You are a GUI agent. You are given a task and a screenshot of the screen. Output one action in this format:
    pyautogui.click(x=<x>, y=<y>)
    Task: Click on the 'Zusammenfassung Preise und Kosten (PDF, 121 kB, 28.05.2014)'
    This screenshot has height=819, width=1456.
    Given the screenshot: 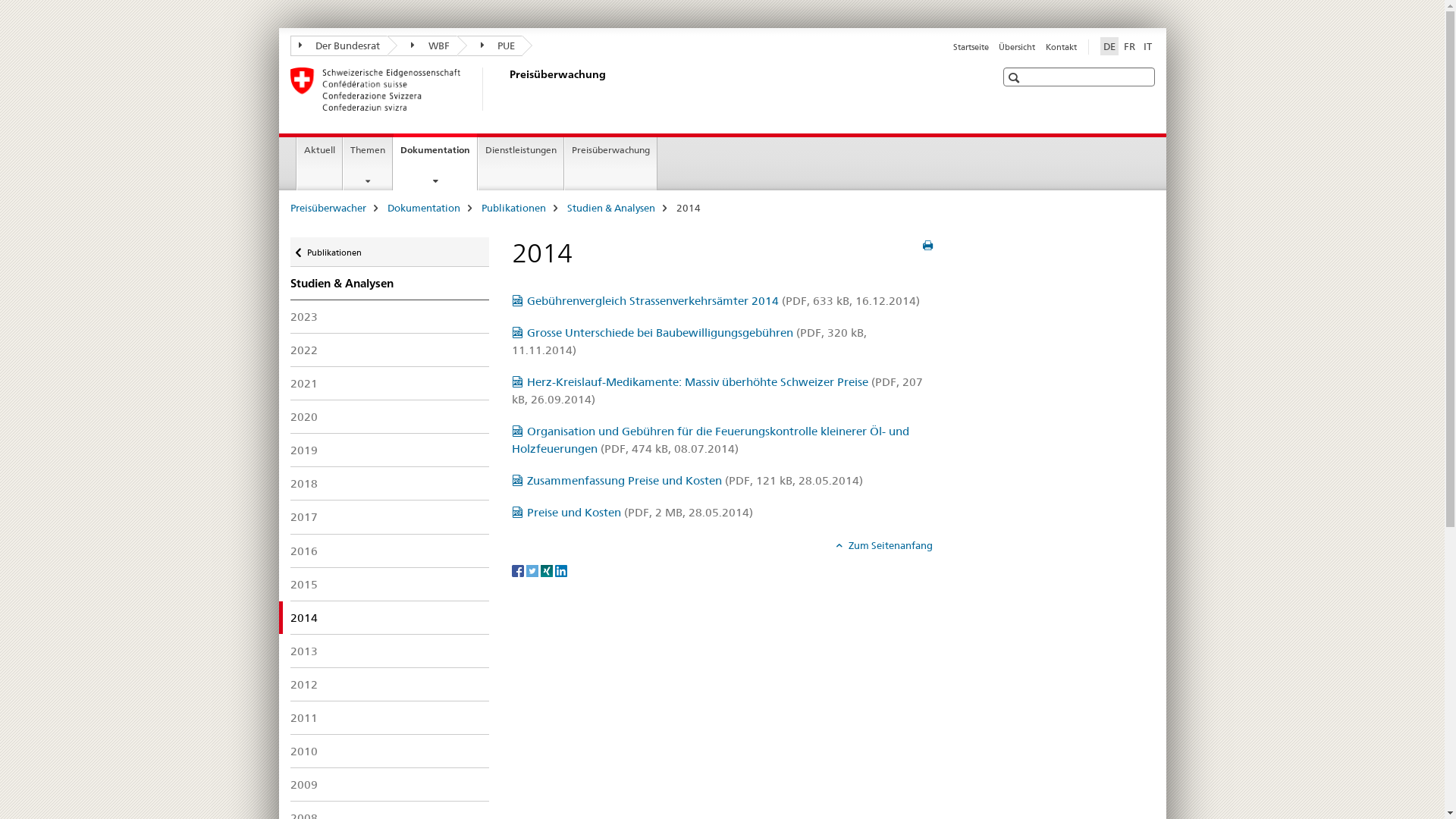 What is the action you would take?
    pyautogui.click(x=686, y=480)
    